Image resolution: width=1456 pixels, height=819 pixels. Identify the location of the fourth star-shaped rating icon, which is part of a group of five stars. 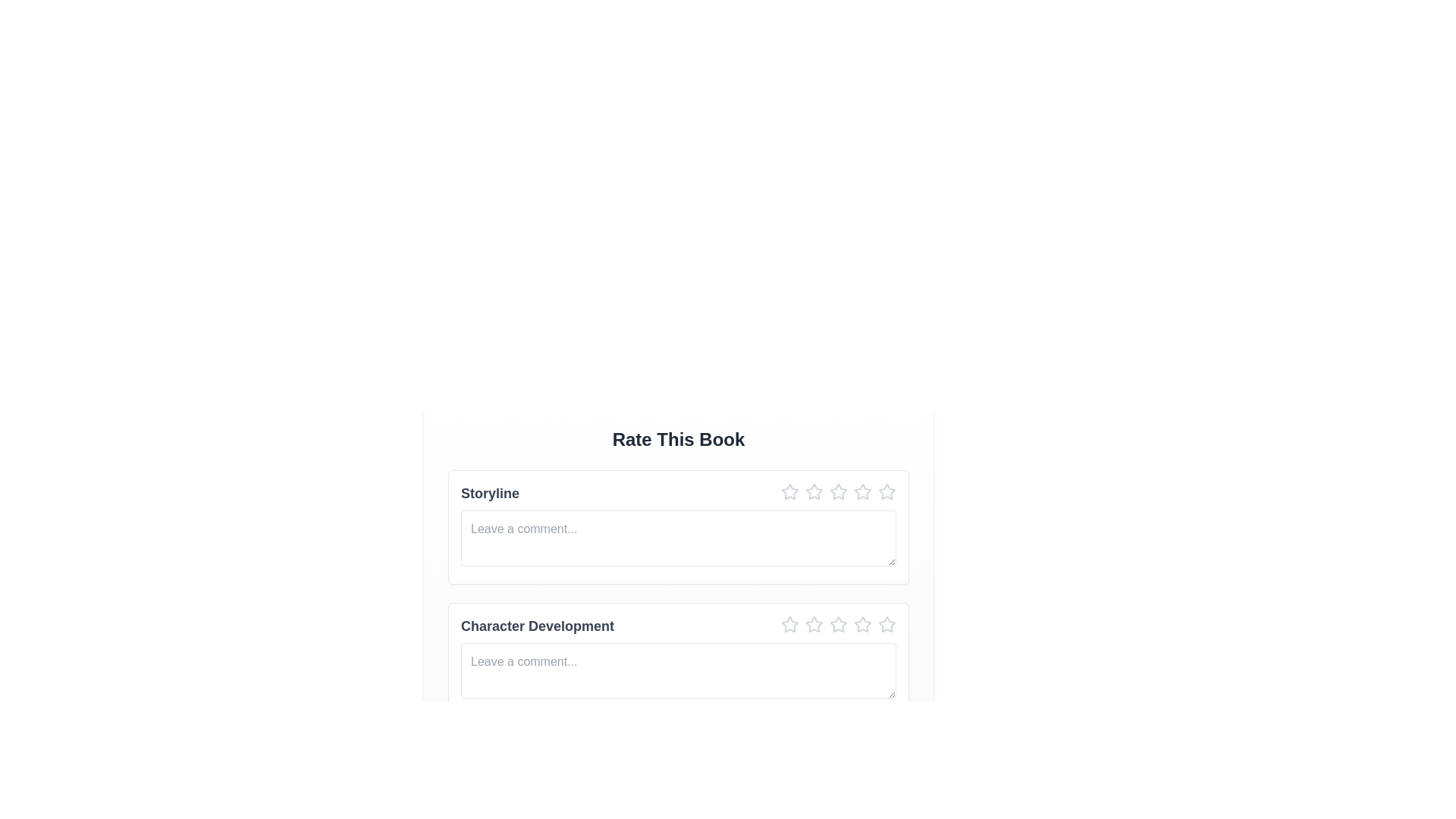
(837, 491).